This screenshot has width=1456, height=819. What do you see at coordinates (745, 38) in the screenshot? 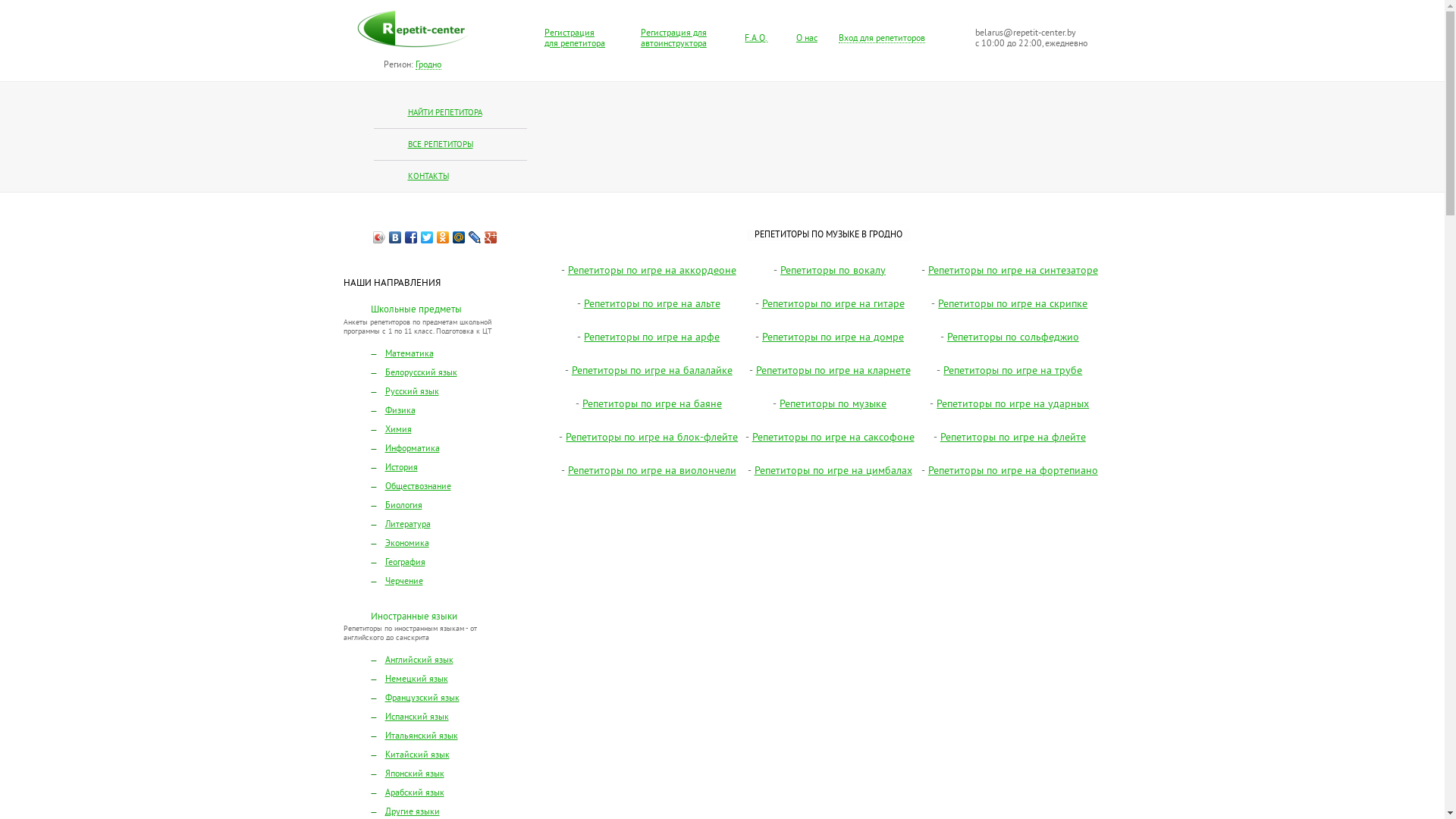
I see `'F.A.Q.'` at bounding box center [745, 38].